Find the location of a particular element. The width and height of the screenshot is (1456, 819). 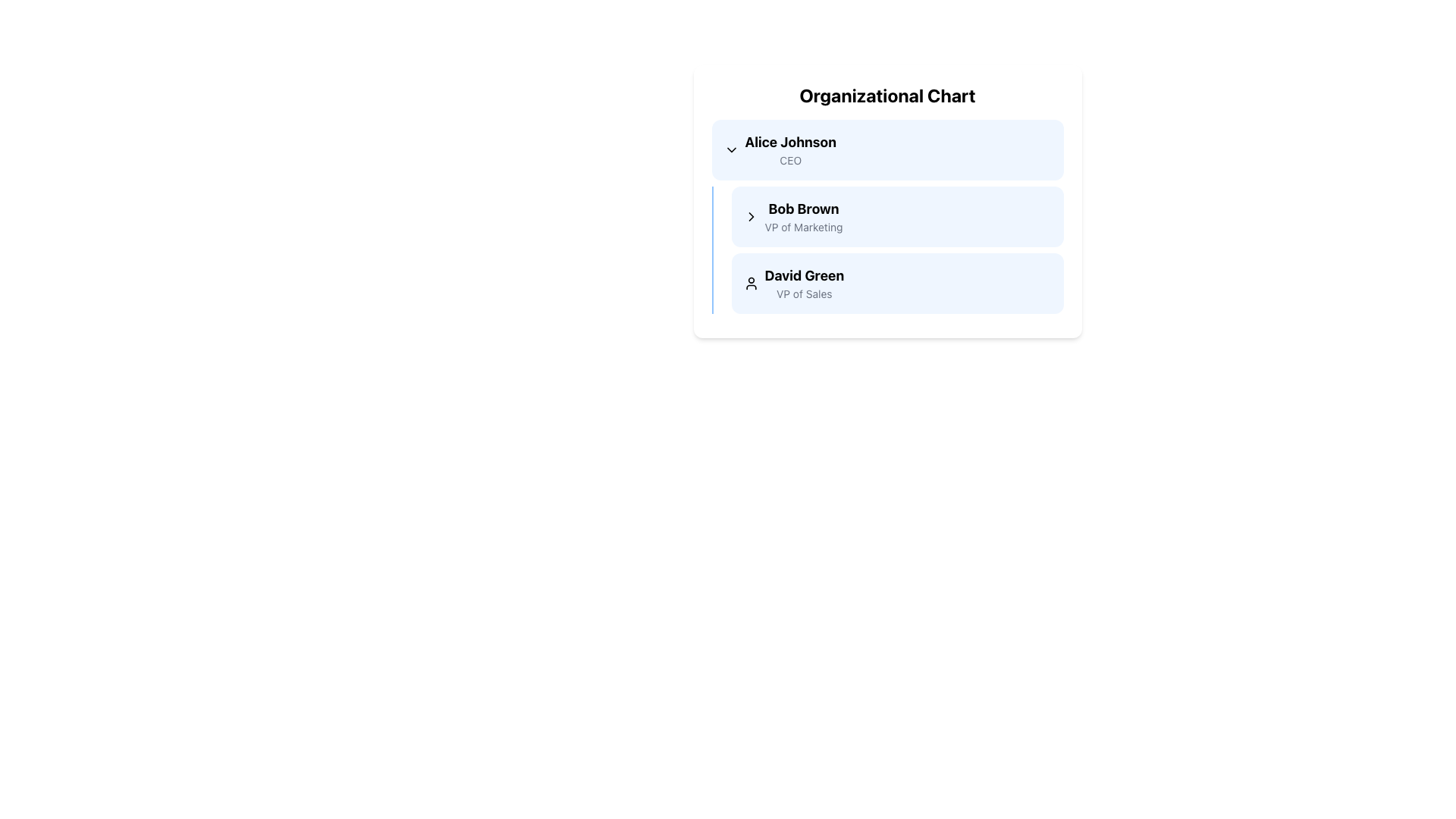

the Icon Button located in the upper left corner of the section displaying 'Alice Johnson, CEO' is located at coordinates (731, 149).